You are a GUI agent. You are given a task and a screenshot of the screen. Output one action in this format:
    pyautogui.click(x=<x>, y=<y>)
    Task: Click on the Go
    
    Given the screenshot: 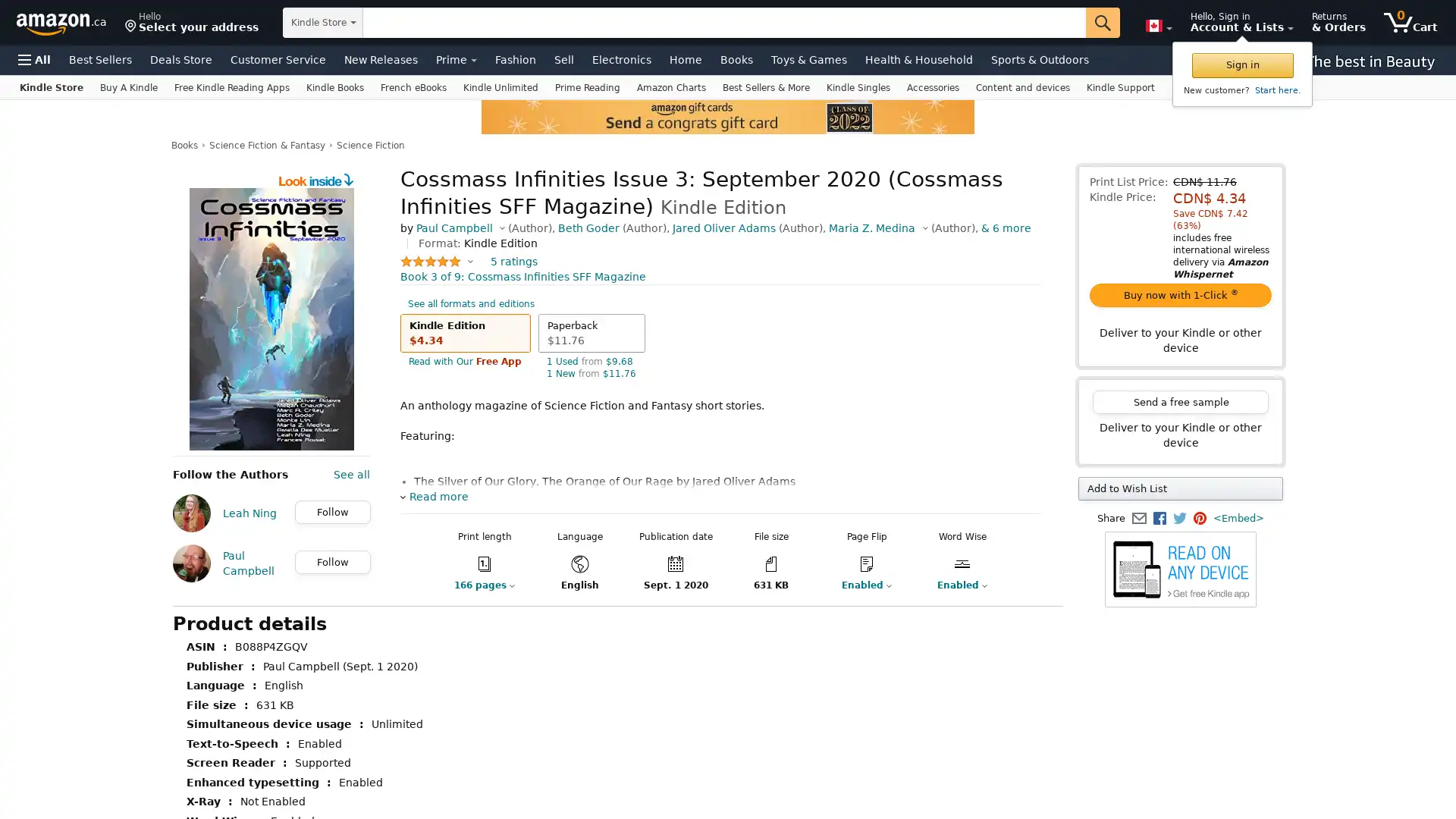 What is the action you would take?
    pyautogui.click(x=1103, y=23)
    